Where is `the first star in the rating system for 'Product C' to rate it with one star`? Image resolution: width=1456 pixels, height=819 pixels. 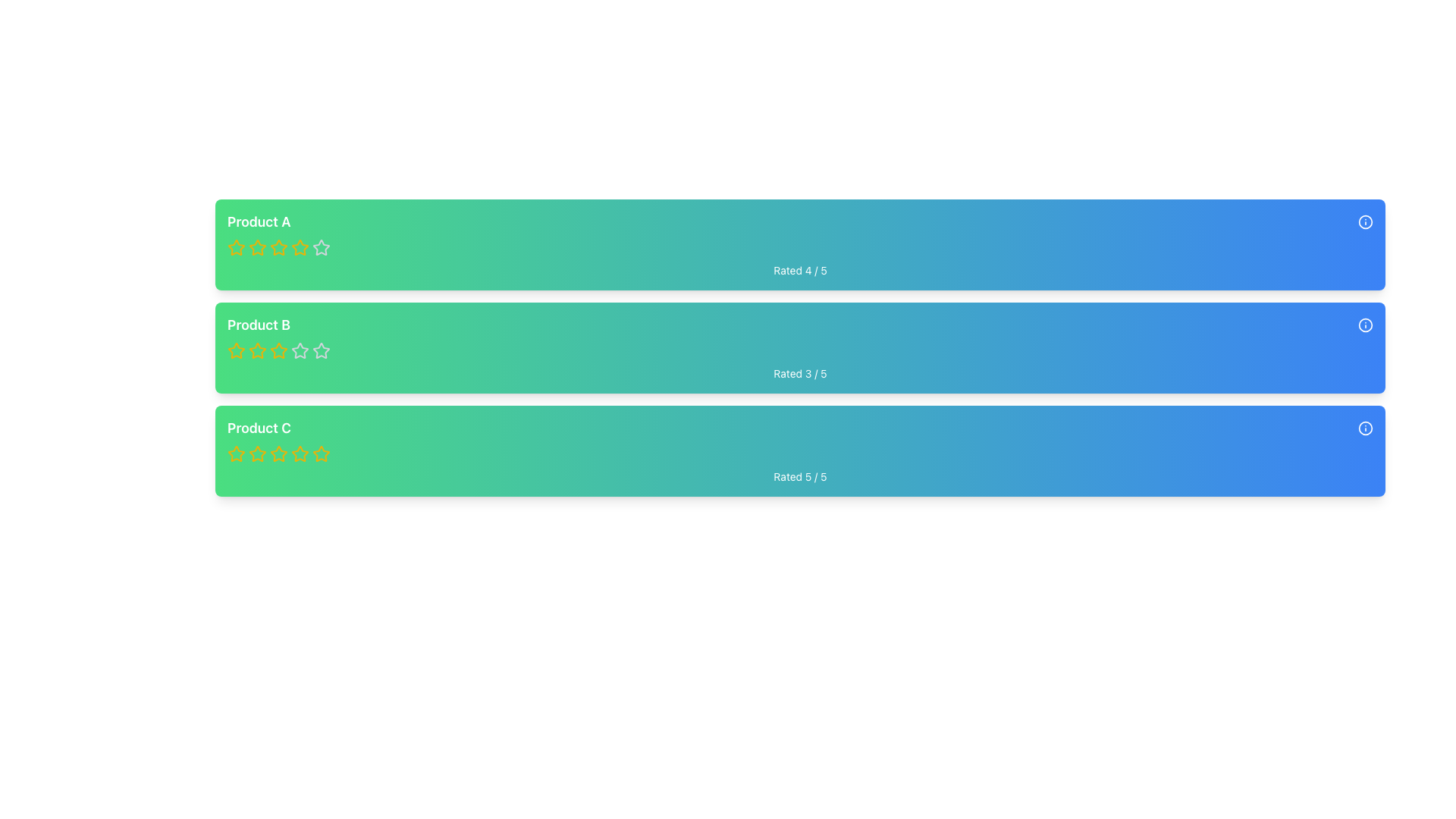 the first star in the rating system for 'Product C' to rate it with one star is located at coordinates (236, 453).